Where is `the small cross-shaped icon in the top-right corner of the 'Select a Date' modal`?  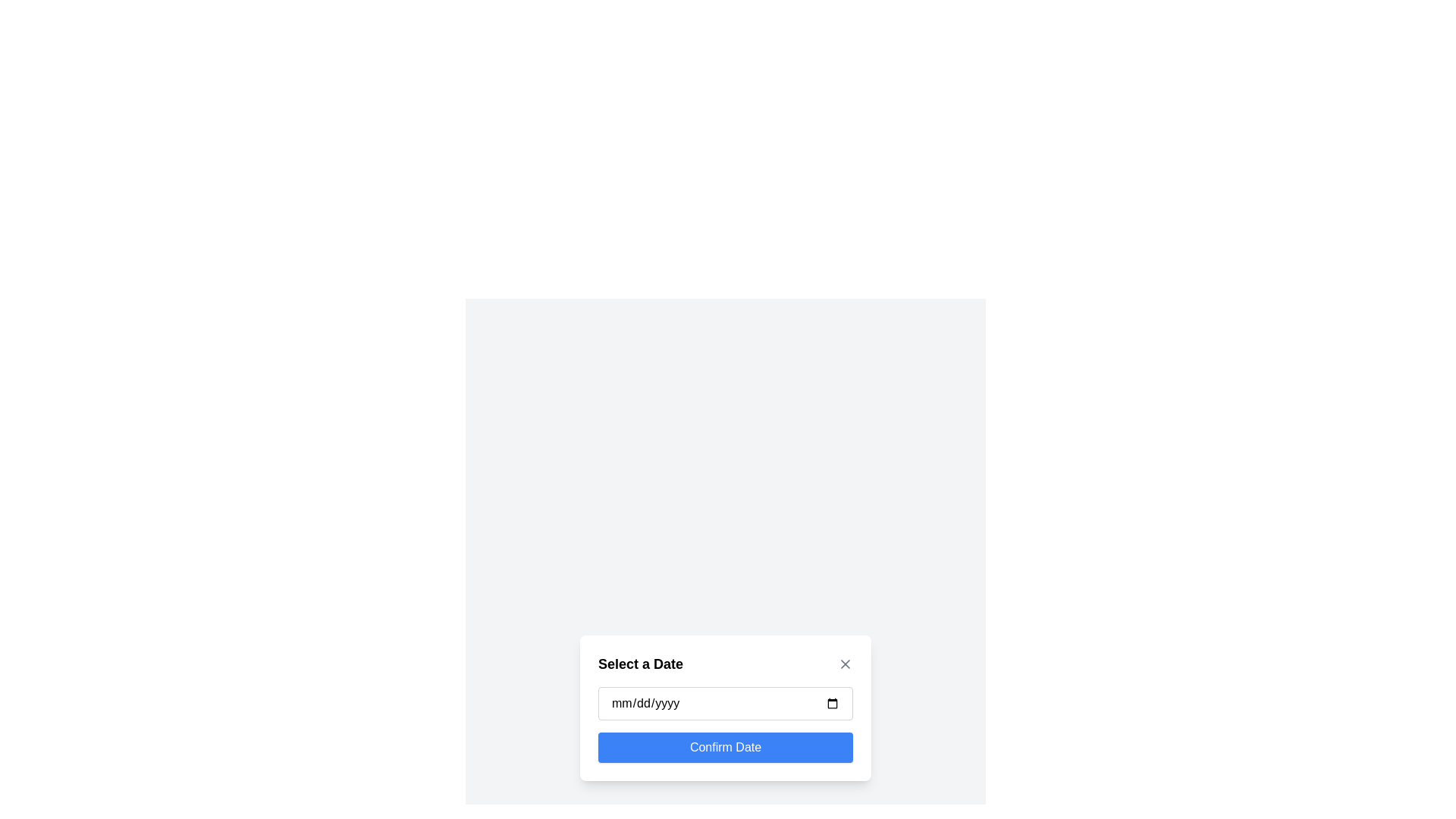 the small cross-shaped icon in the top-right corner of the 'Select a Date' modal is located at coordinates (844, 663).